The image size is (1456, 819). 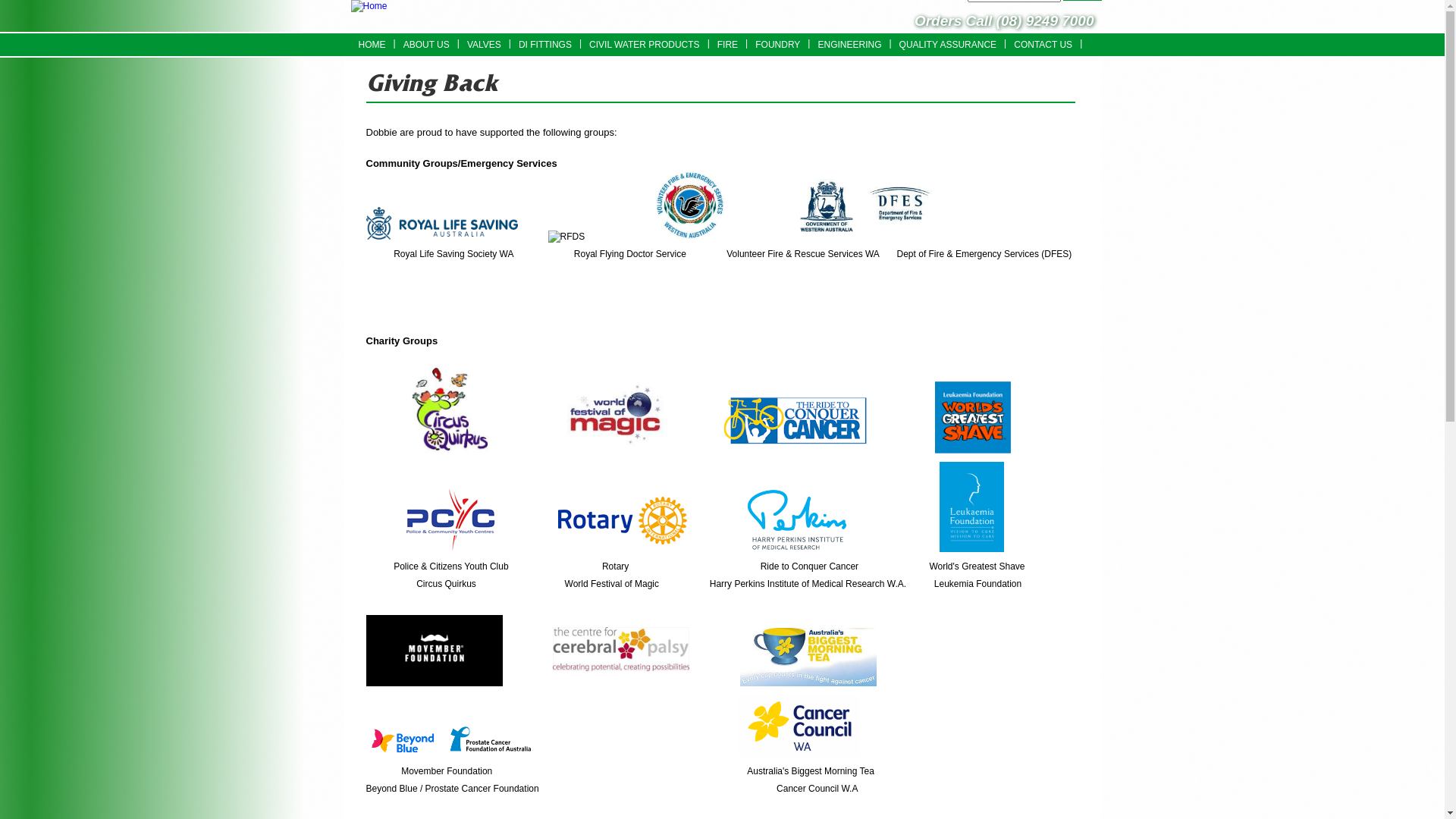 I want to click on 'FOUNDRY', so click(x=777, y=44).